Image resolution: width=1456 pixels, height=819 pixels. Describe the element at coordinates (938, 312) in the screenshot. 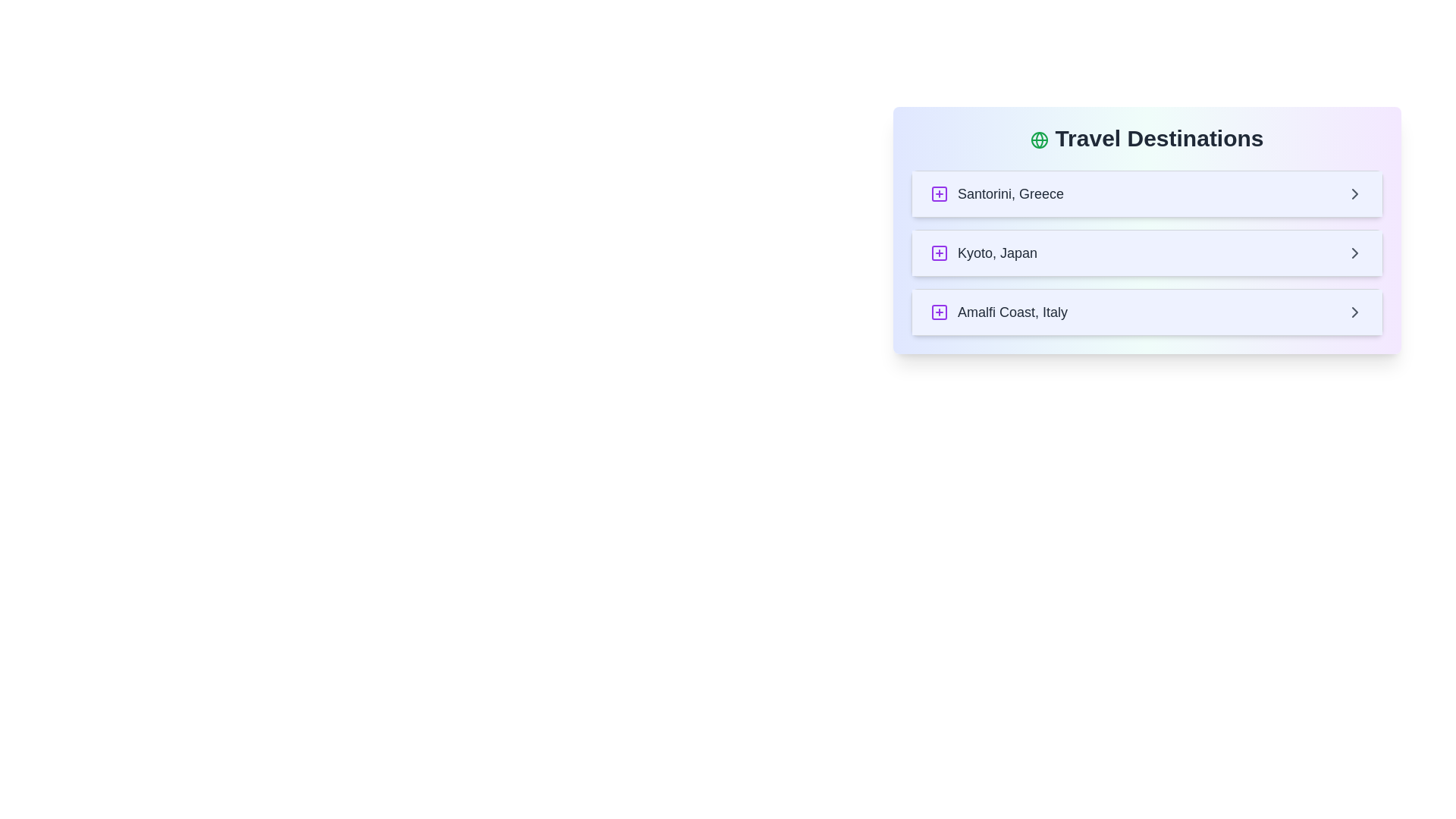

I see `the purple outlined square button with a centered purple plus sign, located to the left of the text 'Amalfi Coast, Italy' in the travel destinations list` at that location.